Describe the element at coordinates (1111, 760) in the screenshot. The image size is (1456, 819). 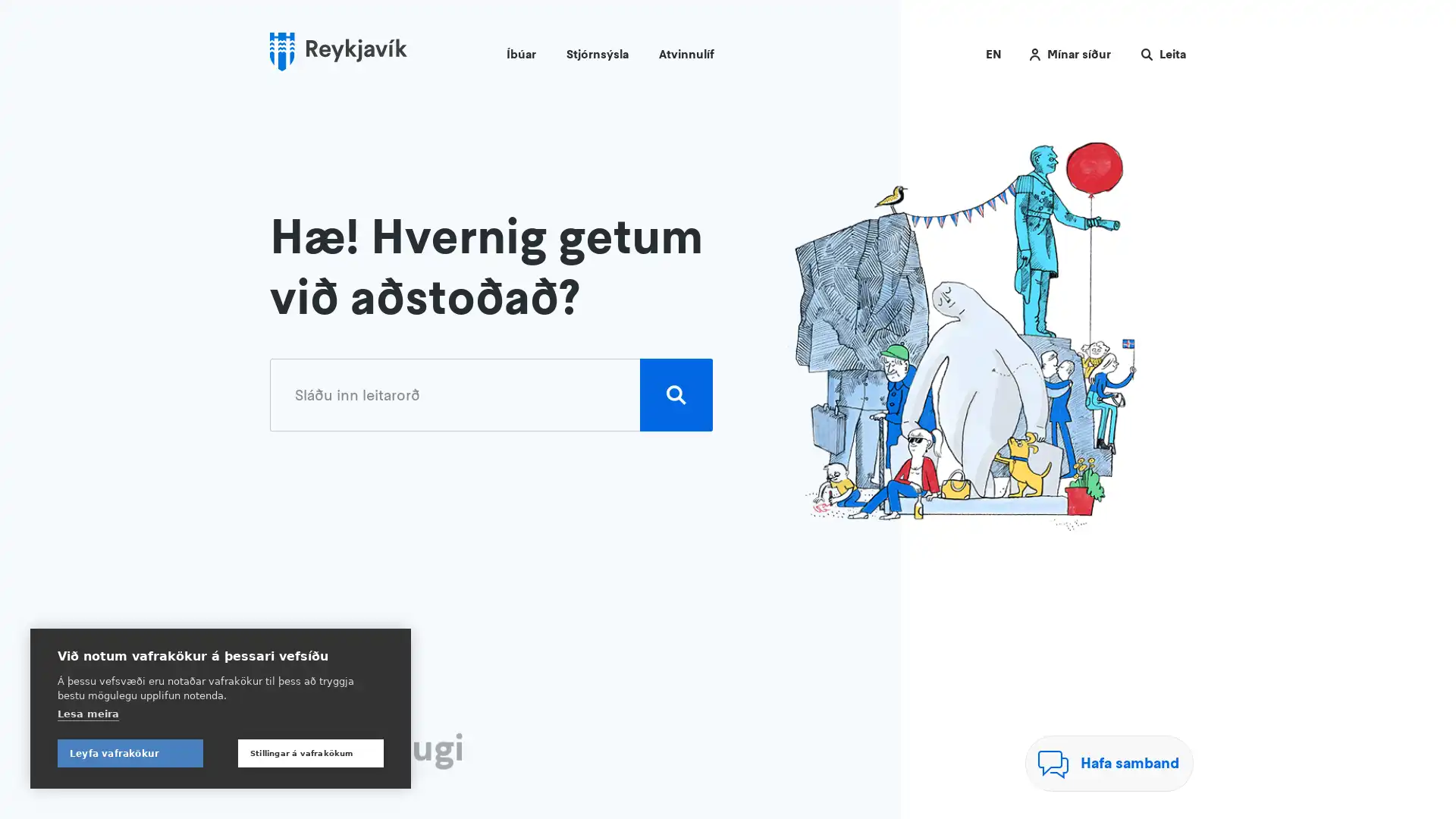
I see `Hafa samband` at that location.